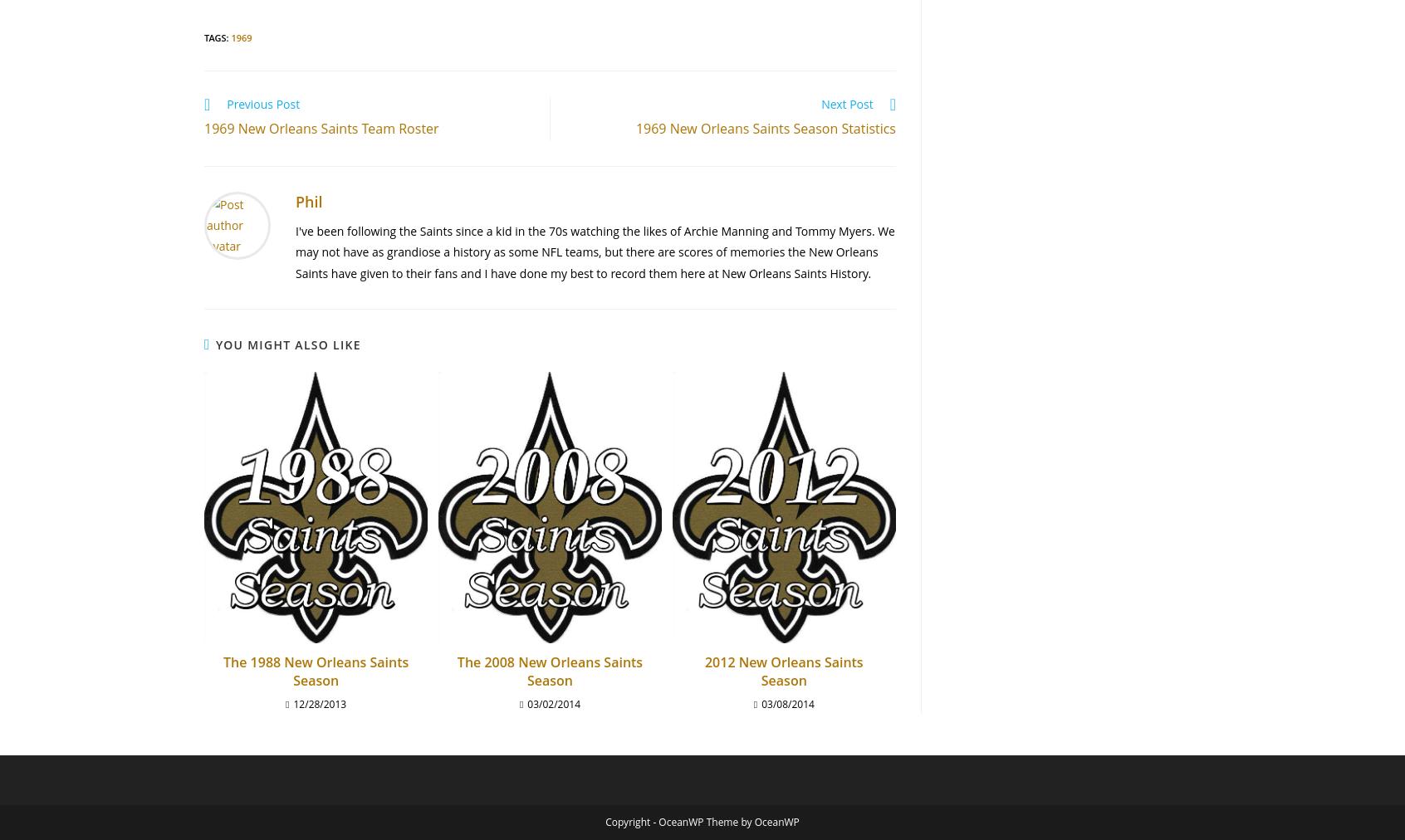 This screenshot has width=1405, height=840. I want to click on 'Tags:', so click(217, 36).